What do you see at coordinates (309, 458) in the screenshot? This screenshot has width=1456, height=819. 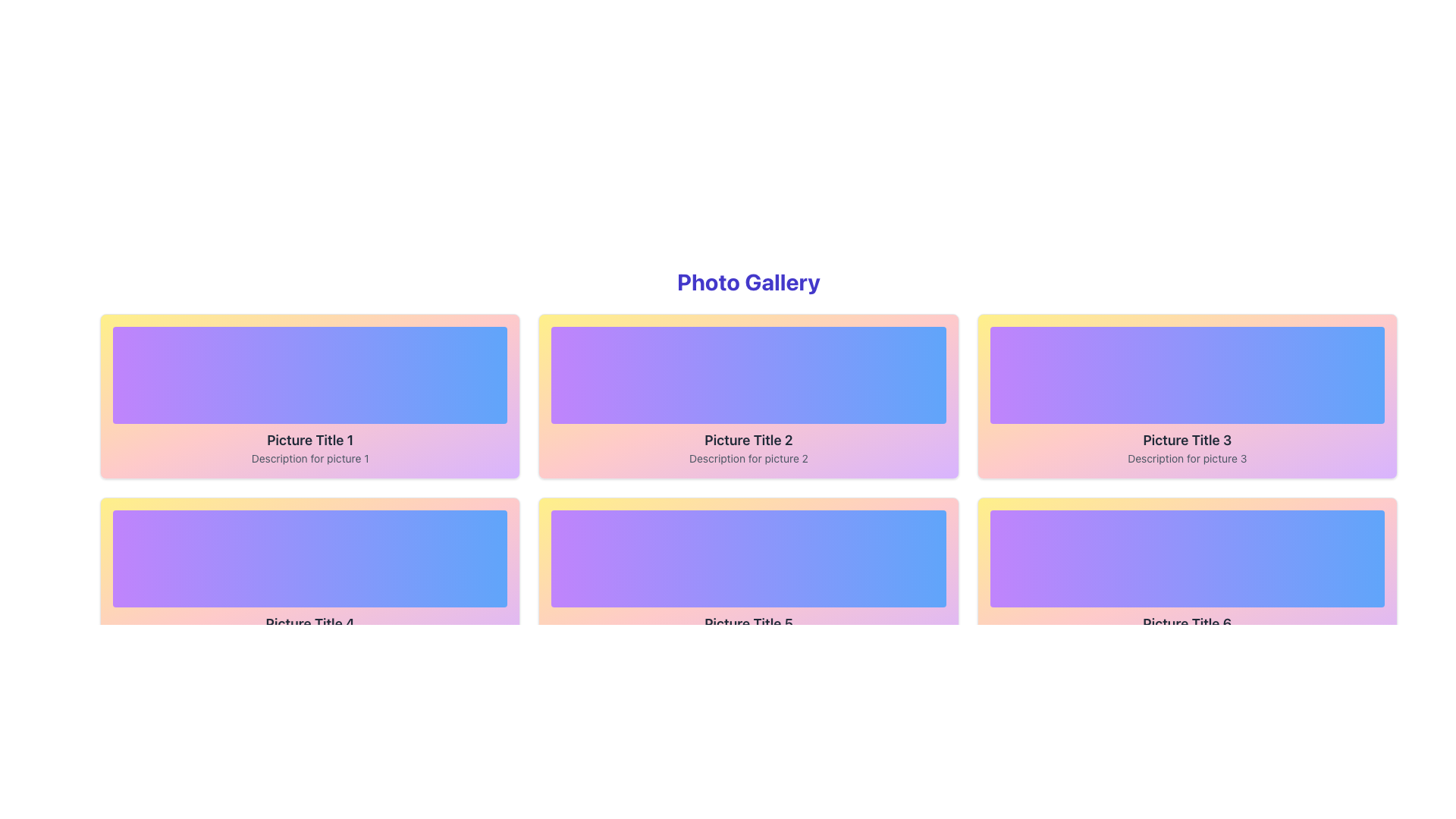 I see `the text label that reads 'Description for picture 1', located under 'Picture Title 1' in the gallery layout` at bounding box center [309, 458].